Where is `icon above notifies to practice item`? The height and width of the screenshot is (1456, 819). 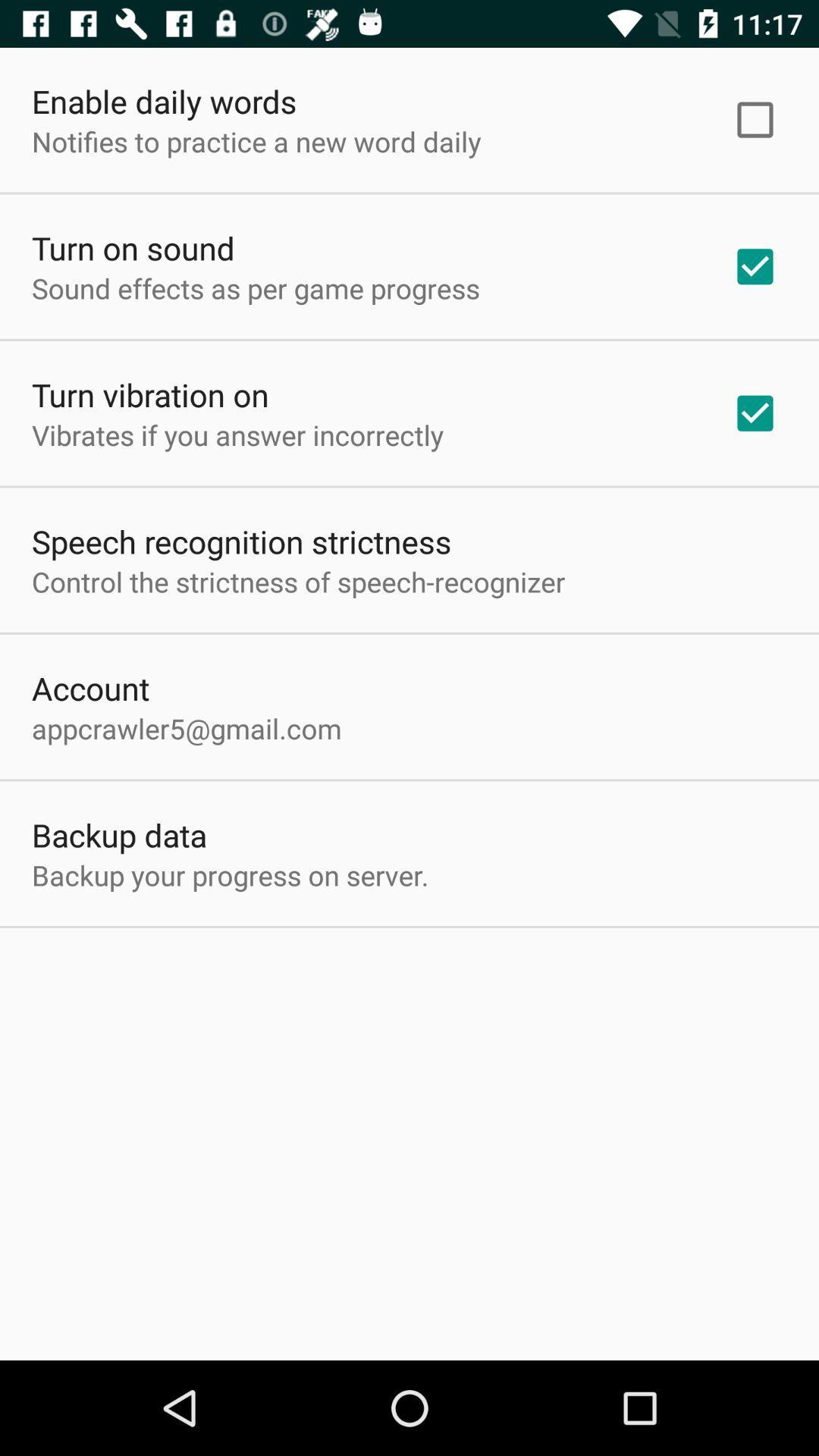 icon above notifies to practice item is located at coordinates (164, 100).